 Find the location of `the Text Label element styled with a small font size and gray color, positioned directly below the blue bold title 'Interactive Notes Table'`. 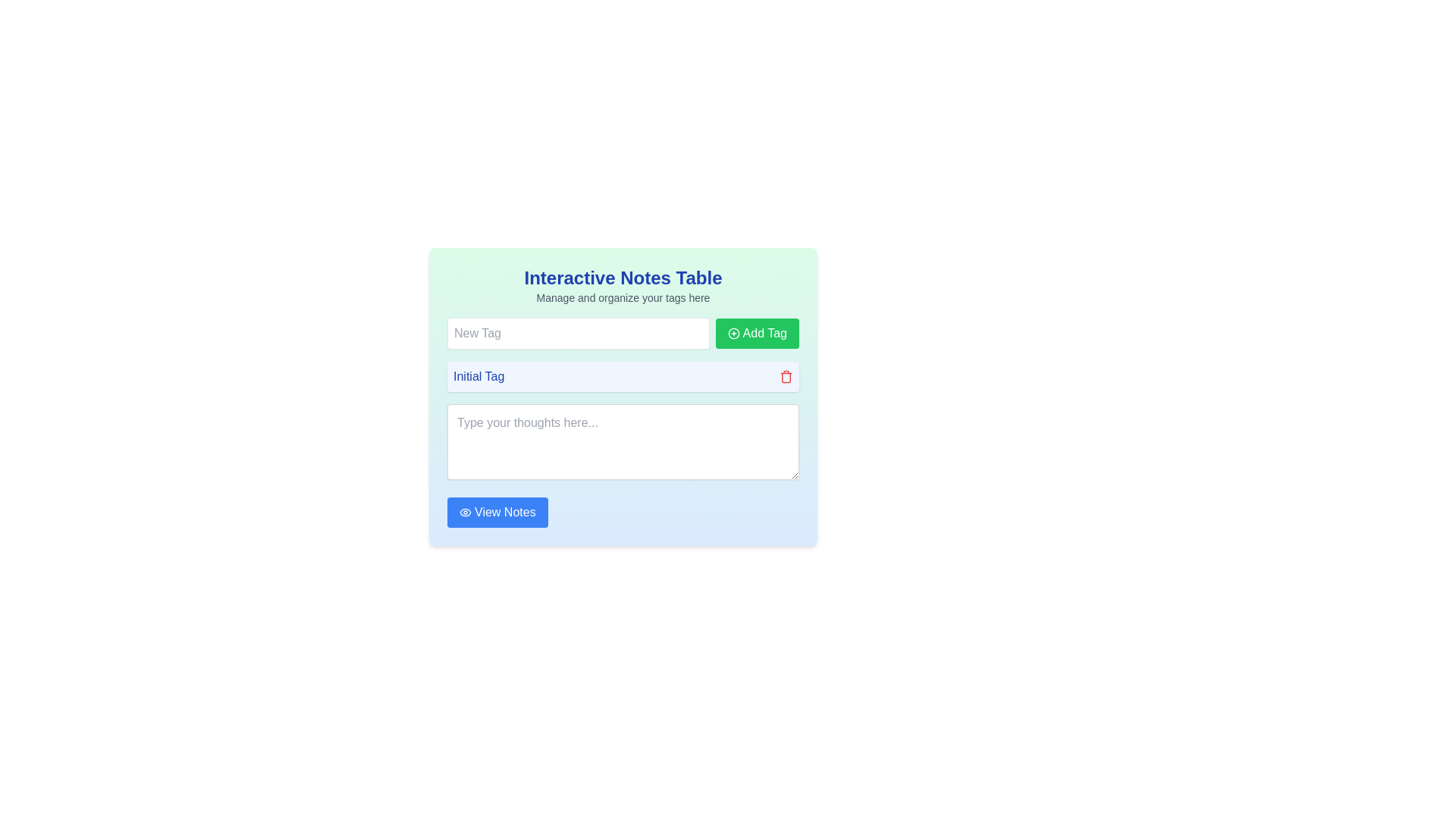

the Text Label element styled with a small font size and gray color, positioned directly below the blue bold title 'Interactive Notes Table' is located at coordinates (623, 298).